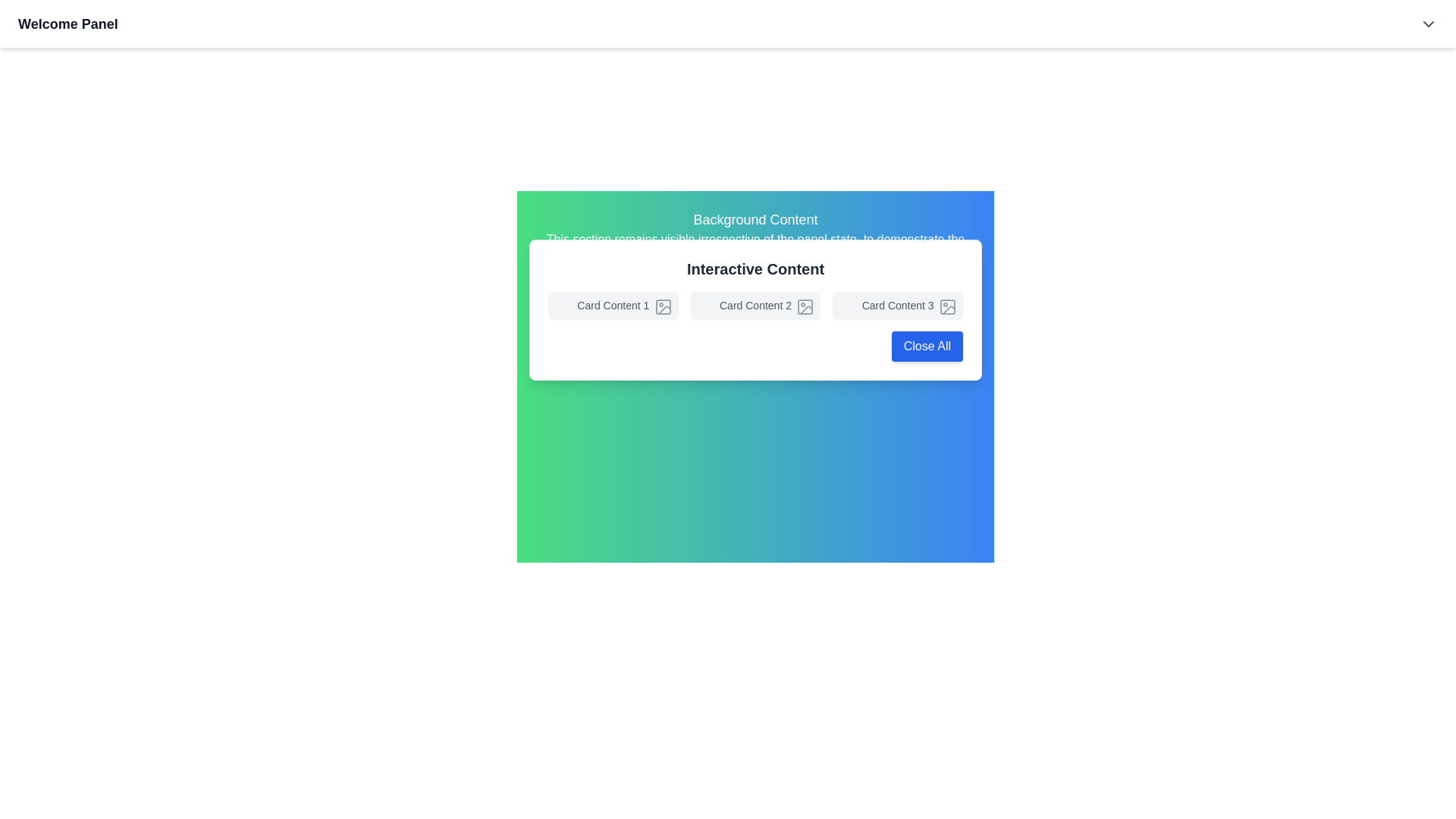  I want to click on the Informational card labeled 'Card Content 1', which is the first card in a group of three cards displayed horizontally, so click(613, 305).